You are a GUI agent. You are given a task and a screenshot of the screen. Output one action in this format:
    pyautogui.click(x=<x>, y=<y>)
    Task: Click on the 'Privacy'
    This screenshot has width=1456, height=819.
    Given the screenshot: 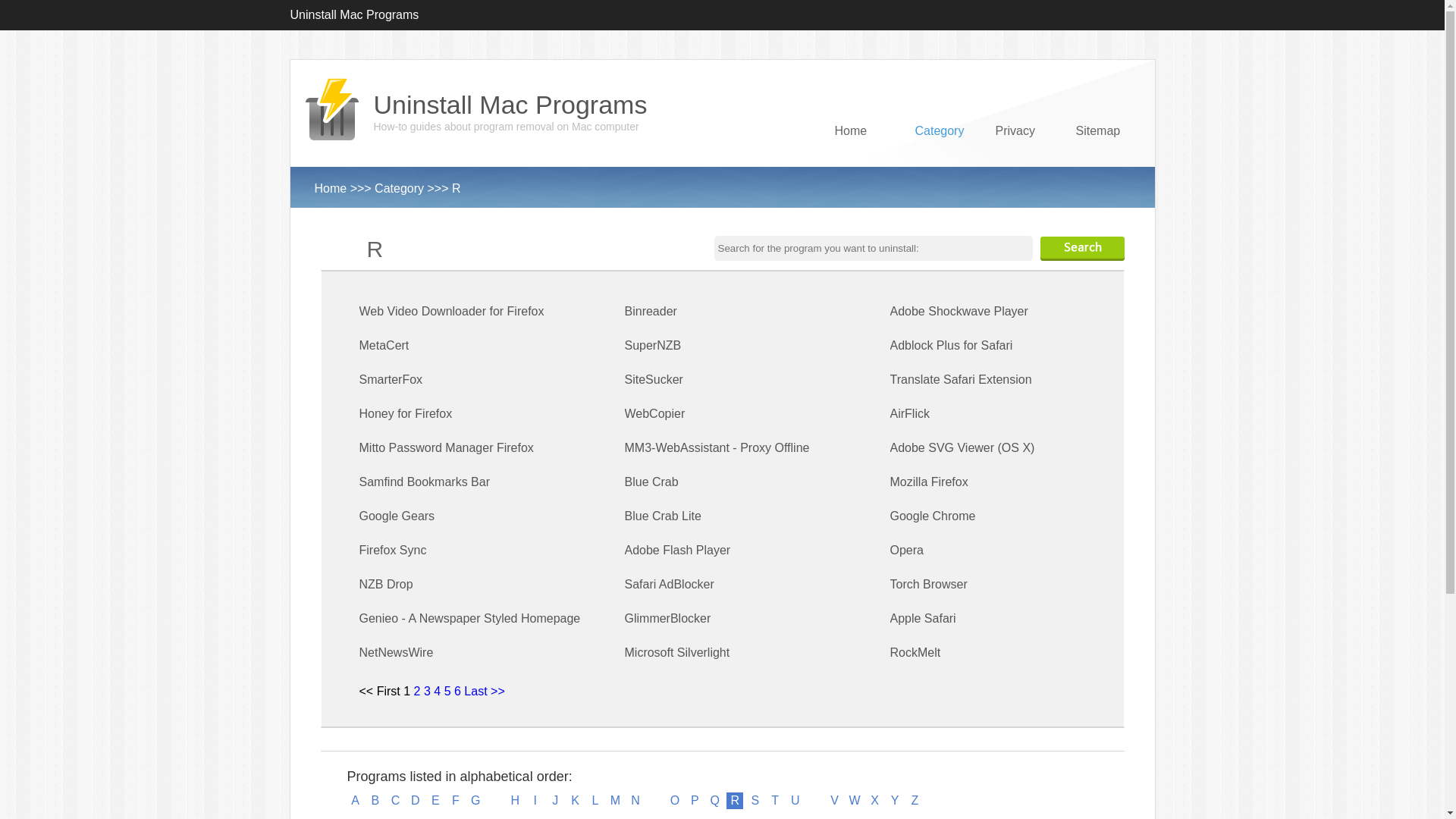 What is the action you would take?
    pyautogui.click(x=1021, y=158)
    